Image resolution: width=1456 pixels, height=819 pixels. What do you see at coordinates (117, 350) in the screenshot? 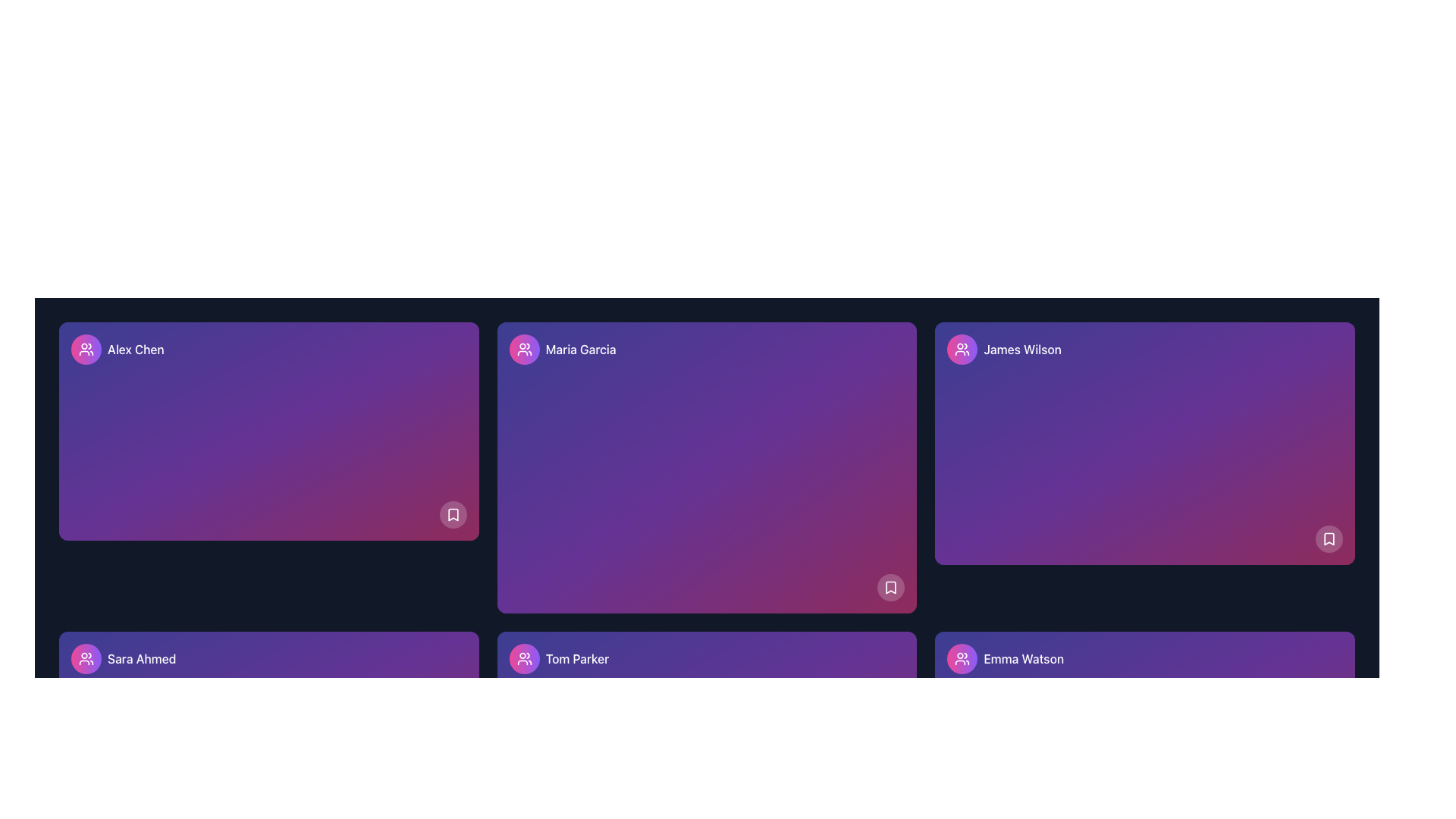
I see `the user name label located in the top-left corner of a card with a gradient background` at bounding box center [117, 350].